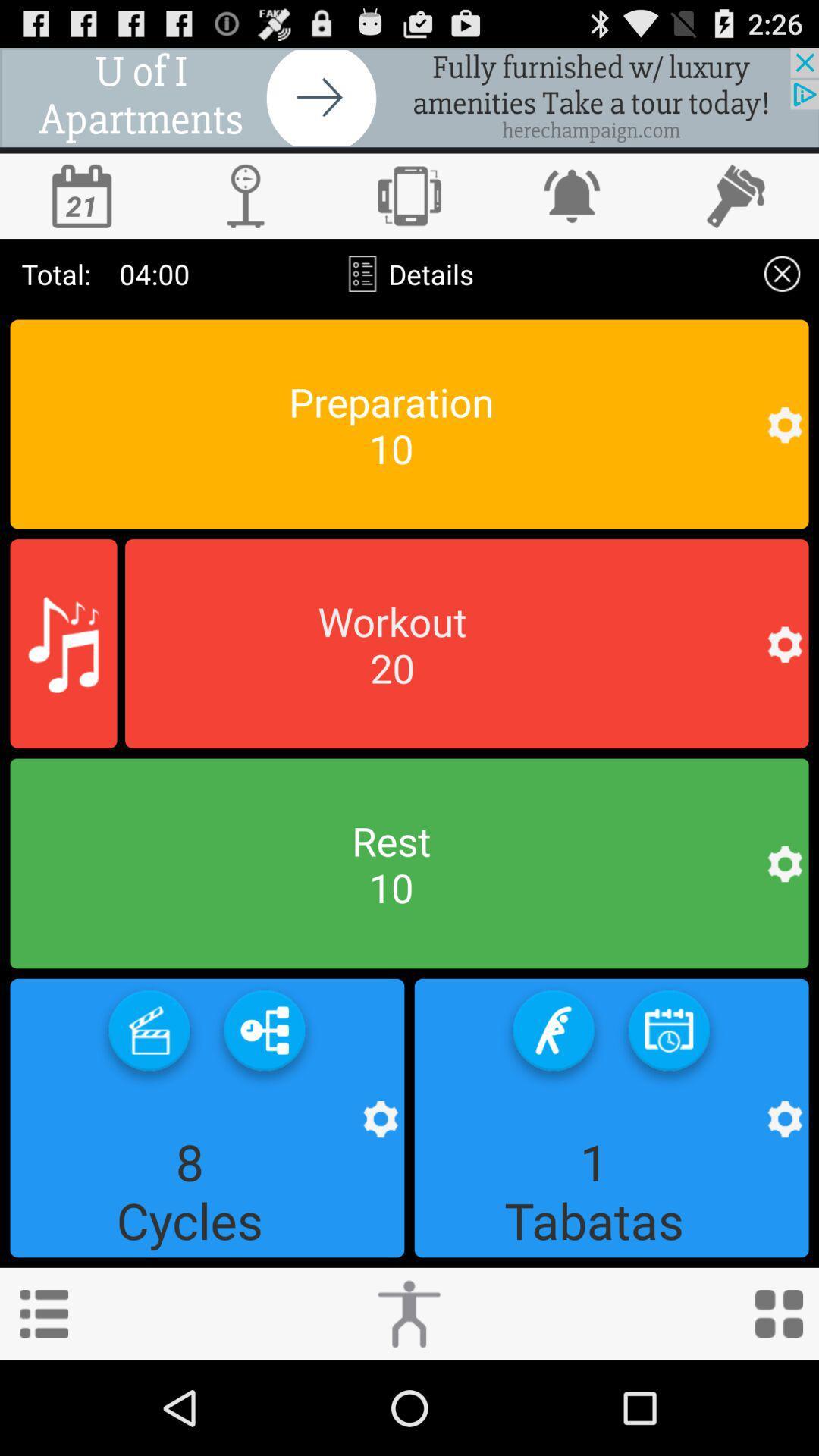 The height and width of the screenshot is (1456, 819). I want to click on the dashboard icon, so click(779, 1405).